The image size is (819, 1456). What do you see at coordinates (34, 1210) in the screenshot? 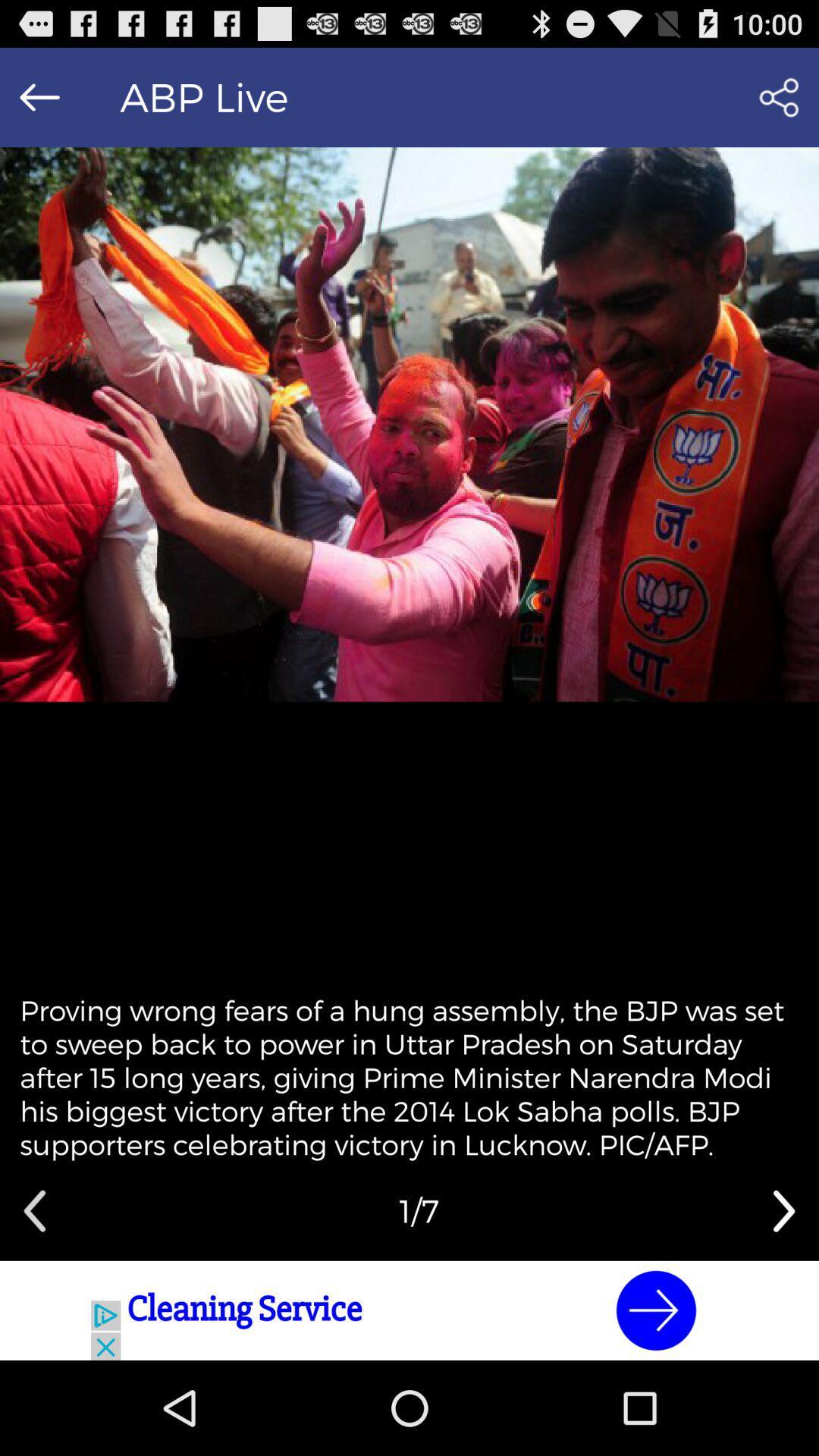
I see `back` at bounding box center [34, 1210].